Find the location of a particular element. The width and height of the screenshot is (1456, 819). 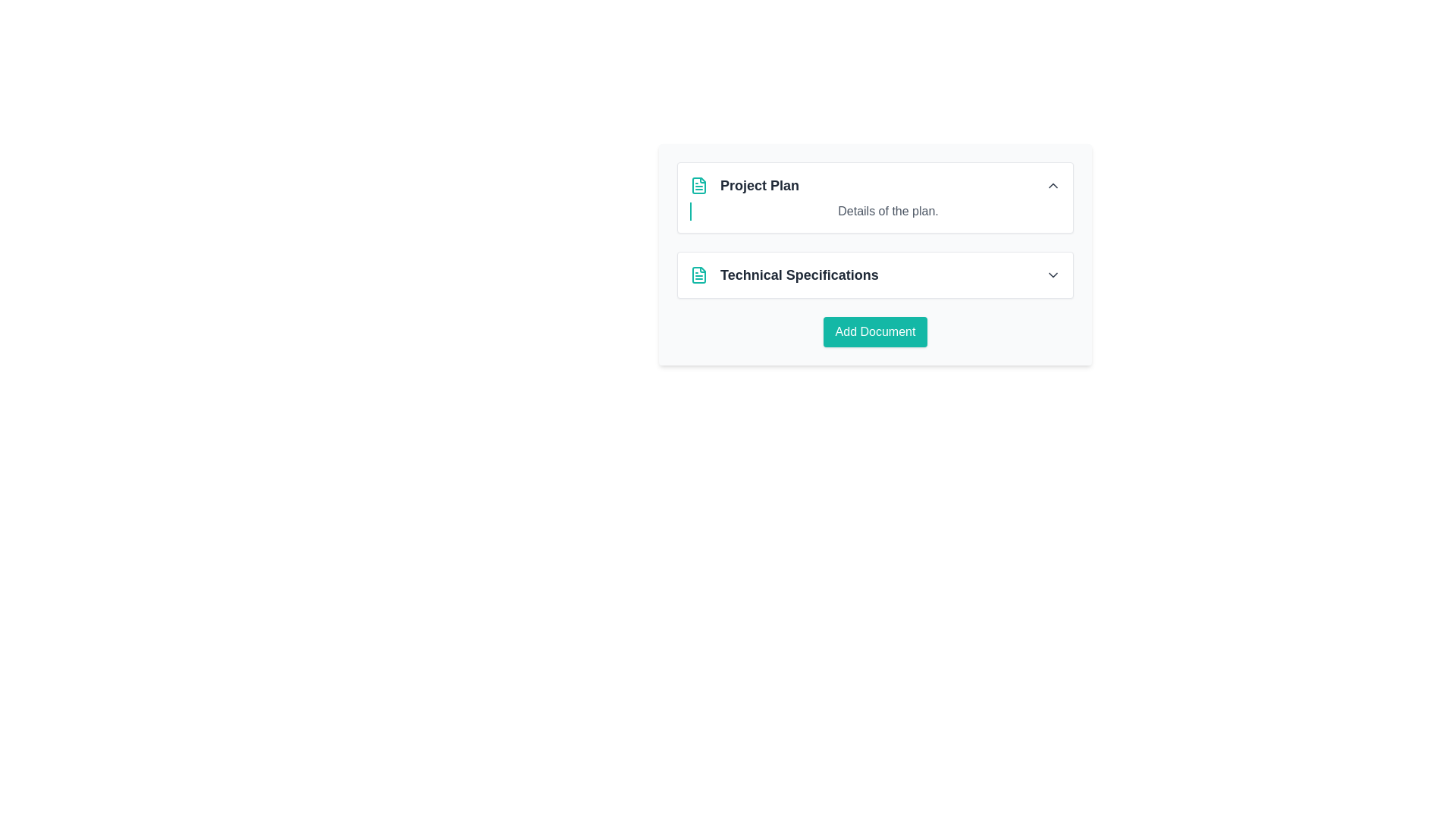

the Chevron-style toggle button for the 'Project Plan' row is located at coordinates (1052, 185).